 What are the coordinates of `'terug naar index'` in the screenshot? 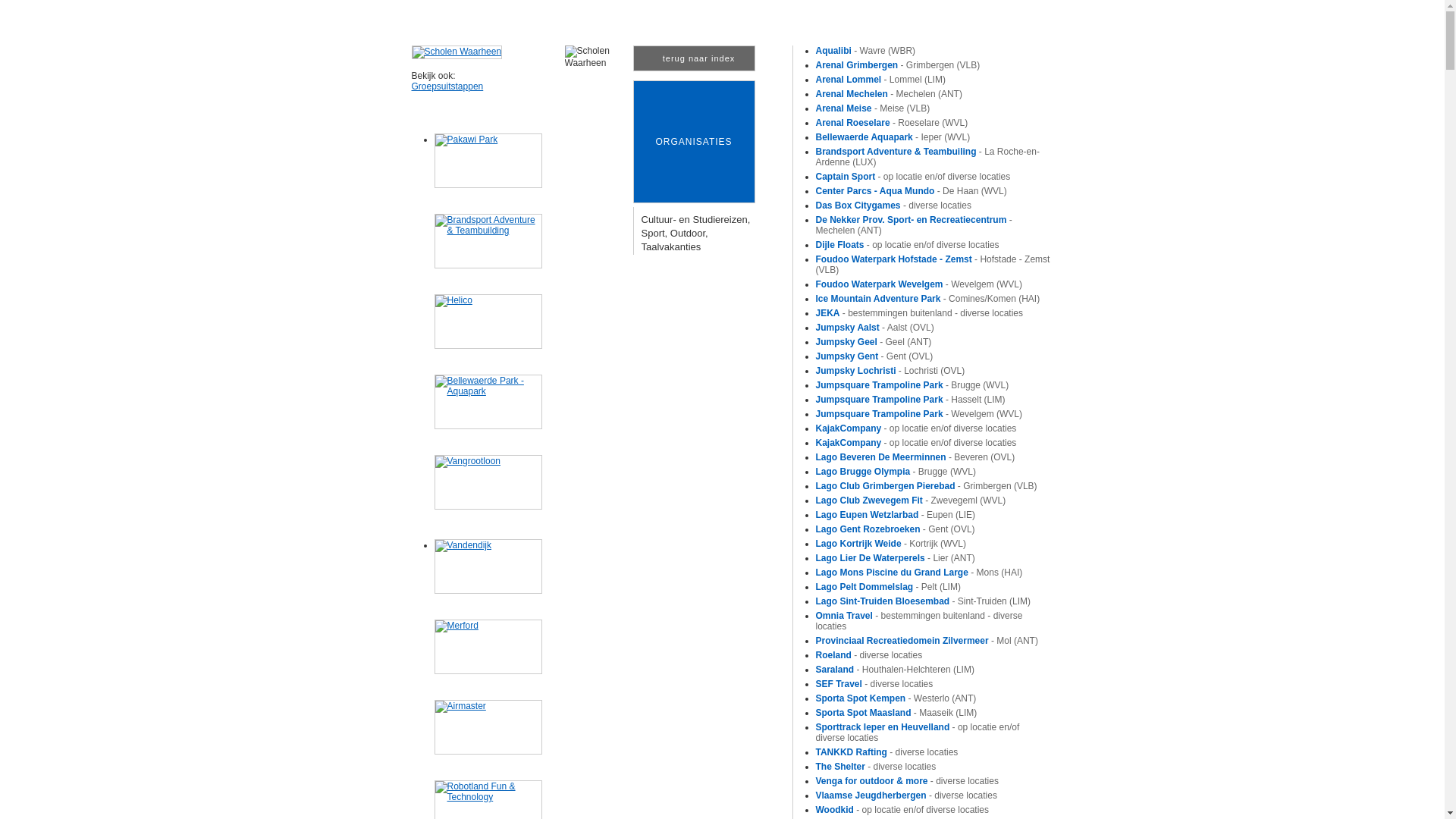 It's located at (692, 58).